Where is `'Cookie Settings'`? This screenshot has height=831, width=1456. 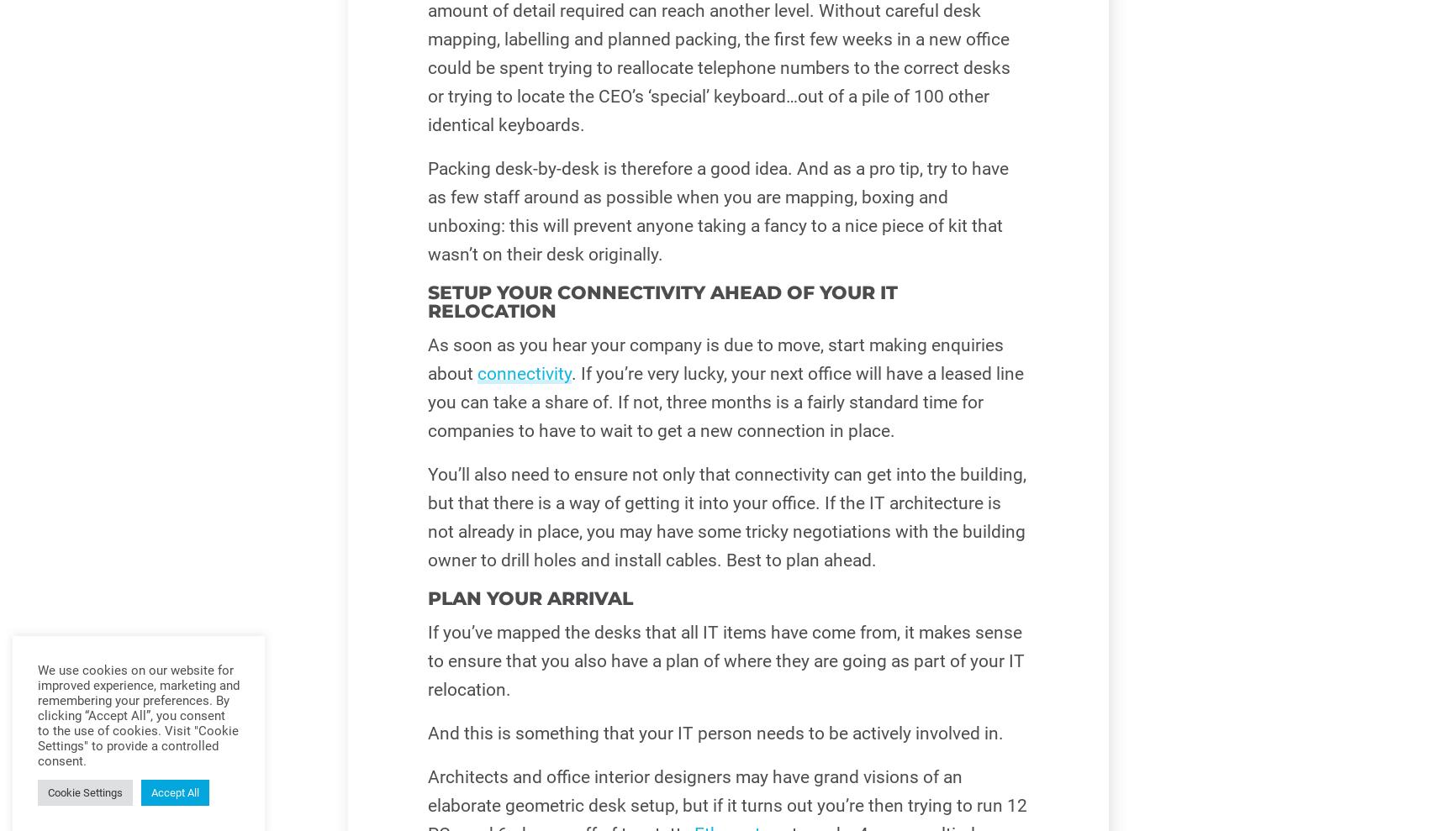
'Cookie Settings' is located at coordinates (85, 792).